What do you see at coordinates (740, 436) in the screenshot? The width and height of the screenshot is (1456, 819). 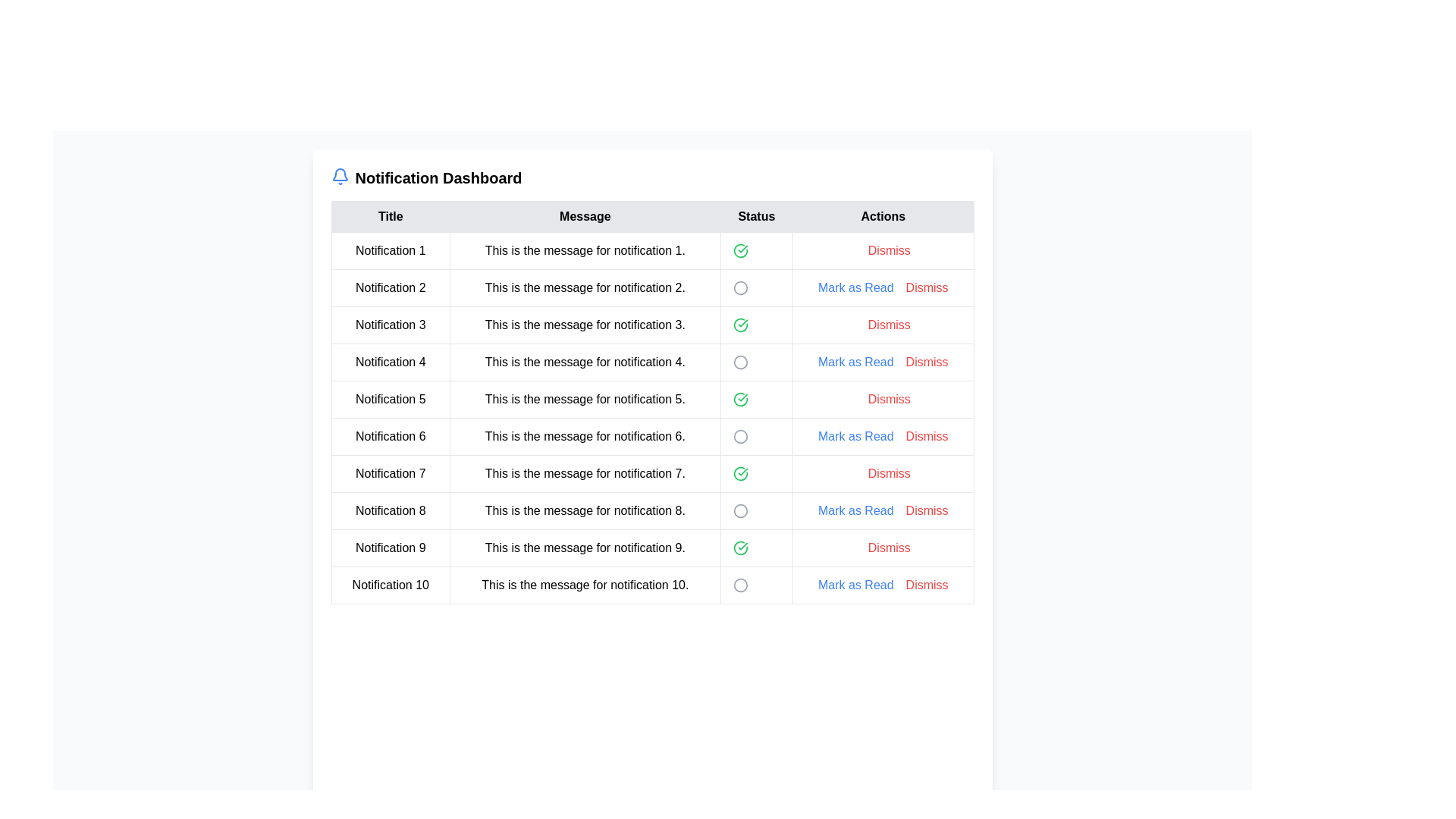 I see `the Status indicator located in the sixth row of the table under the 'Status' column` at bounding box center [740, 436].